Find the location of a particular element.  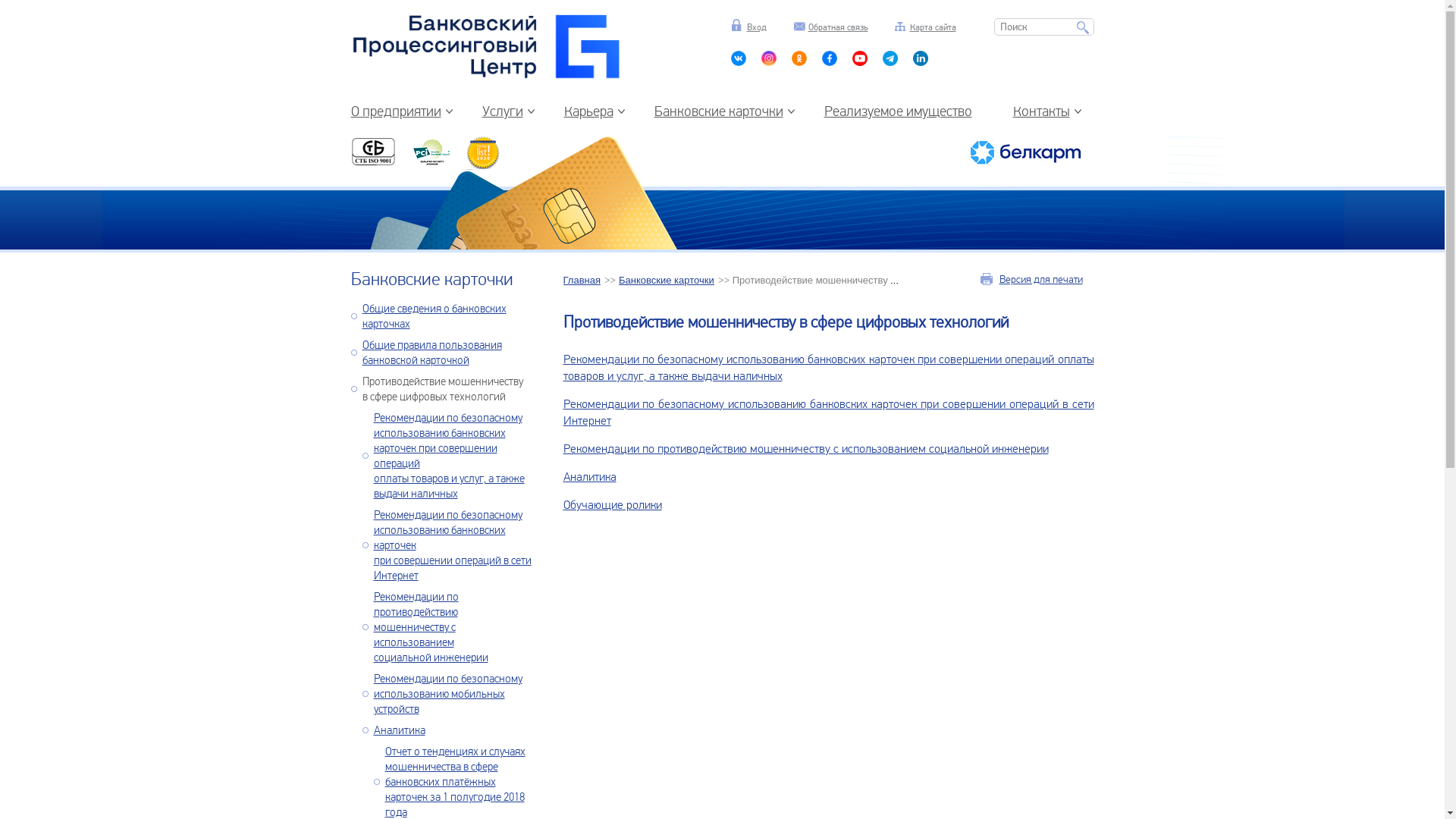

'Facebook' is located at coordinates (920, 61).